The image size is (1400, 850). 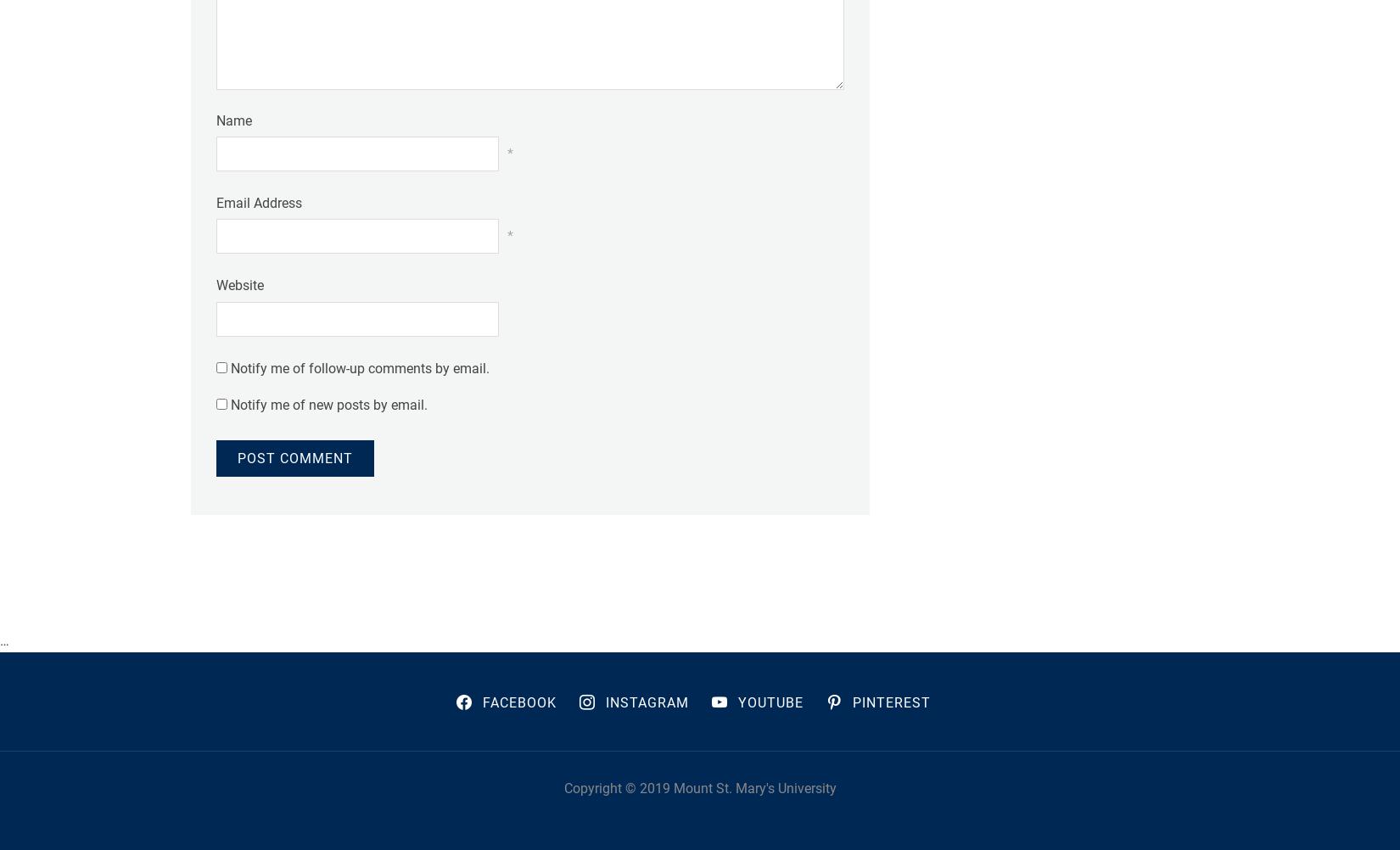 I want to click on 'Name', so click(x=234, y=120).